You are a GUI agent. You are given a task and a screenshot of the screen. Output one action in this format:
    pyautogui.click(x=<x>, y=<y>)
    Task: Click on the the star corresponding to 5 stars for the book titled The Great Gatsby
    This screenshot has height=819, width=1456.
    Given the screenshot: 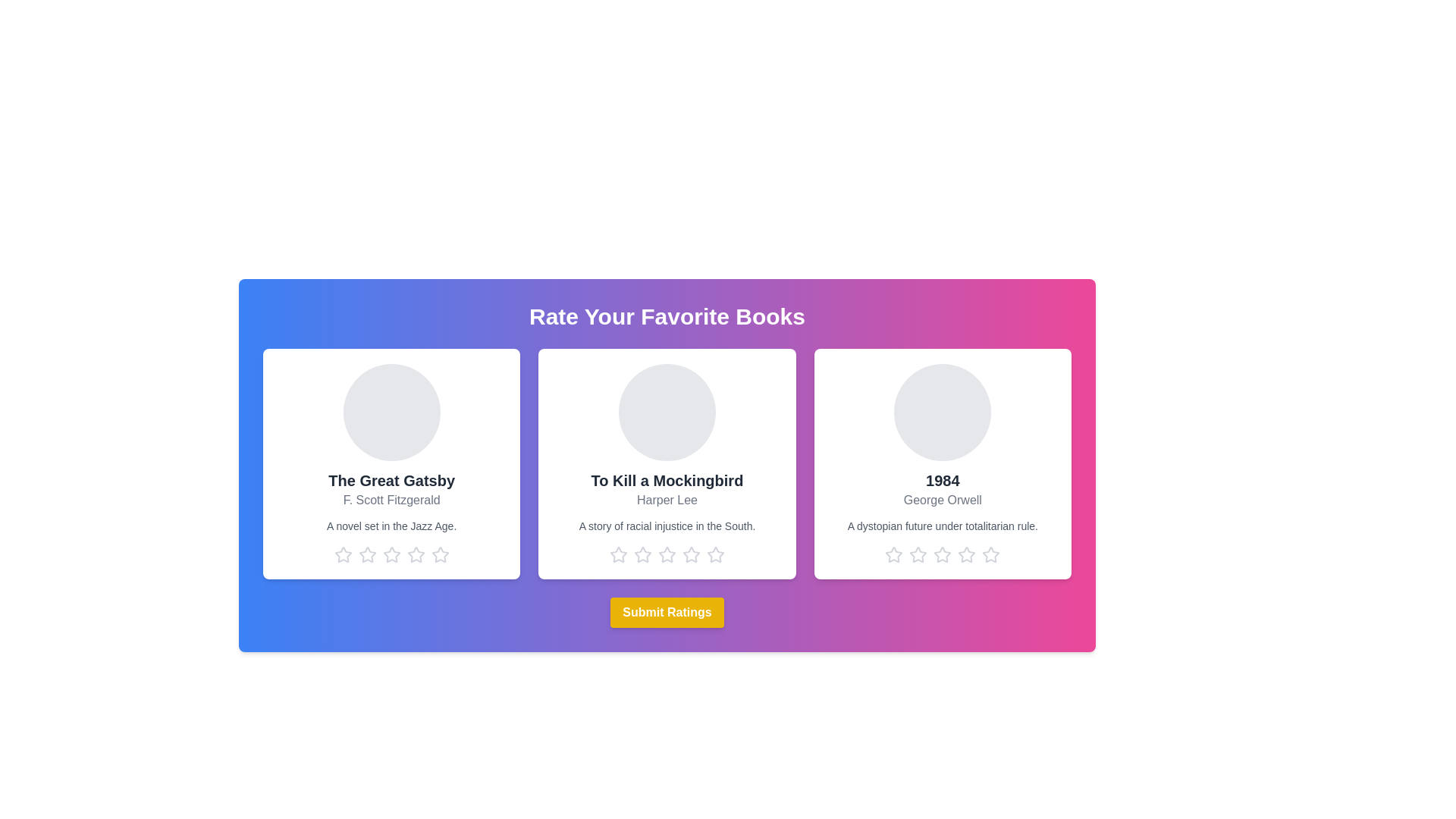 What is the action you would take?
    pyautogui.click(x=439, y=555)
    